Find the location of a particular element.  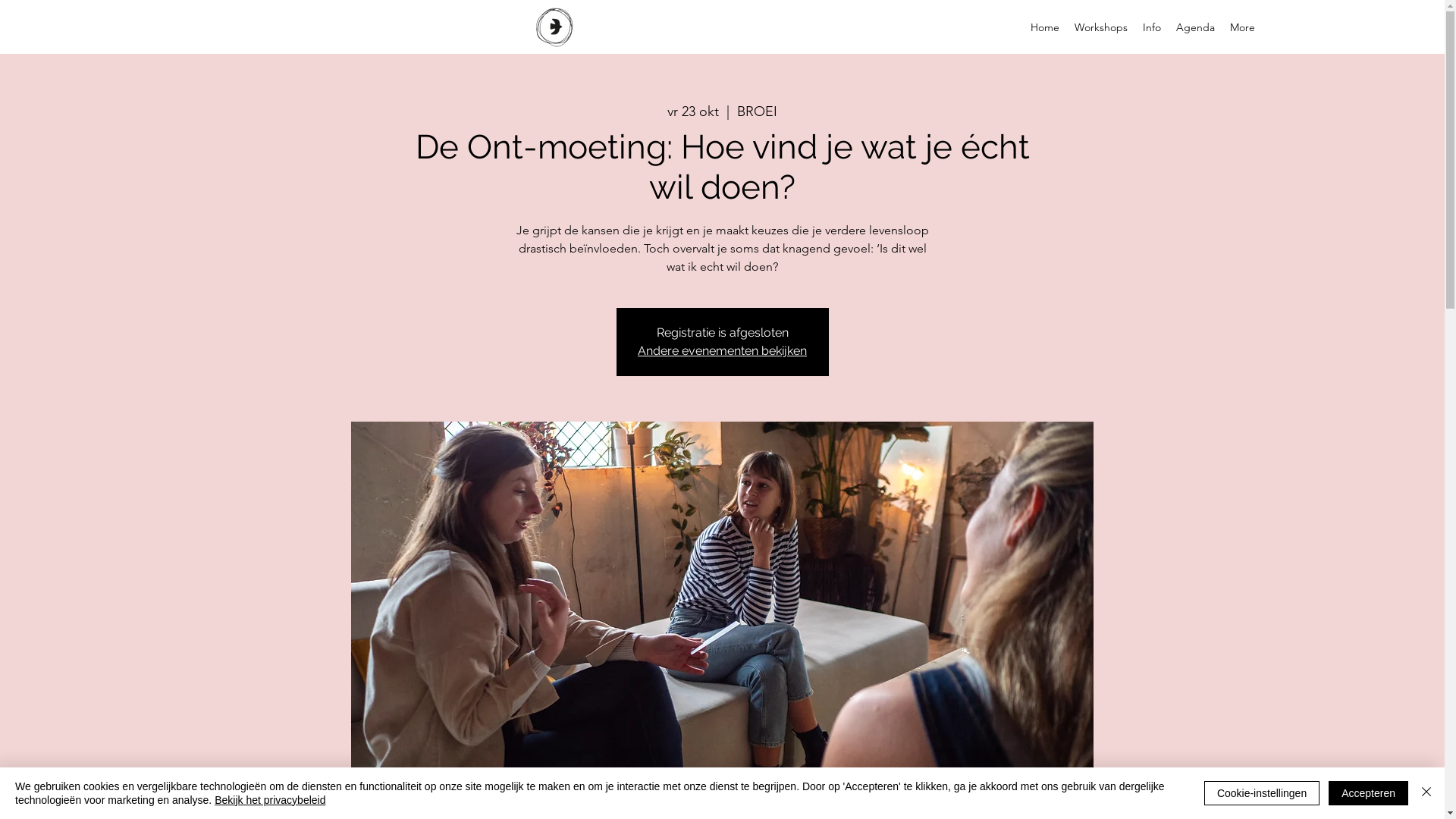

'Home' is located at coordinates (1022, 27).